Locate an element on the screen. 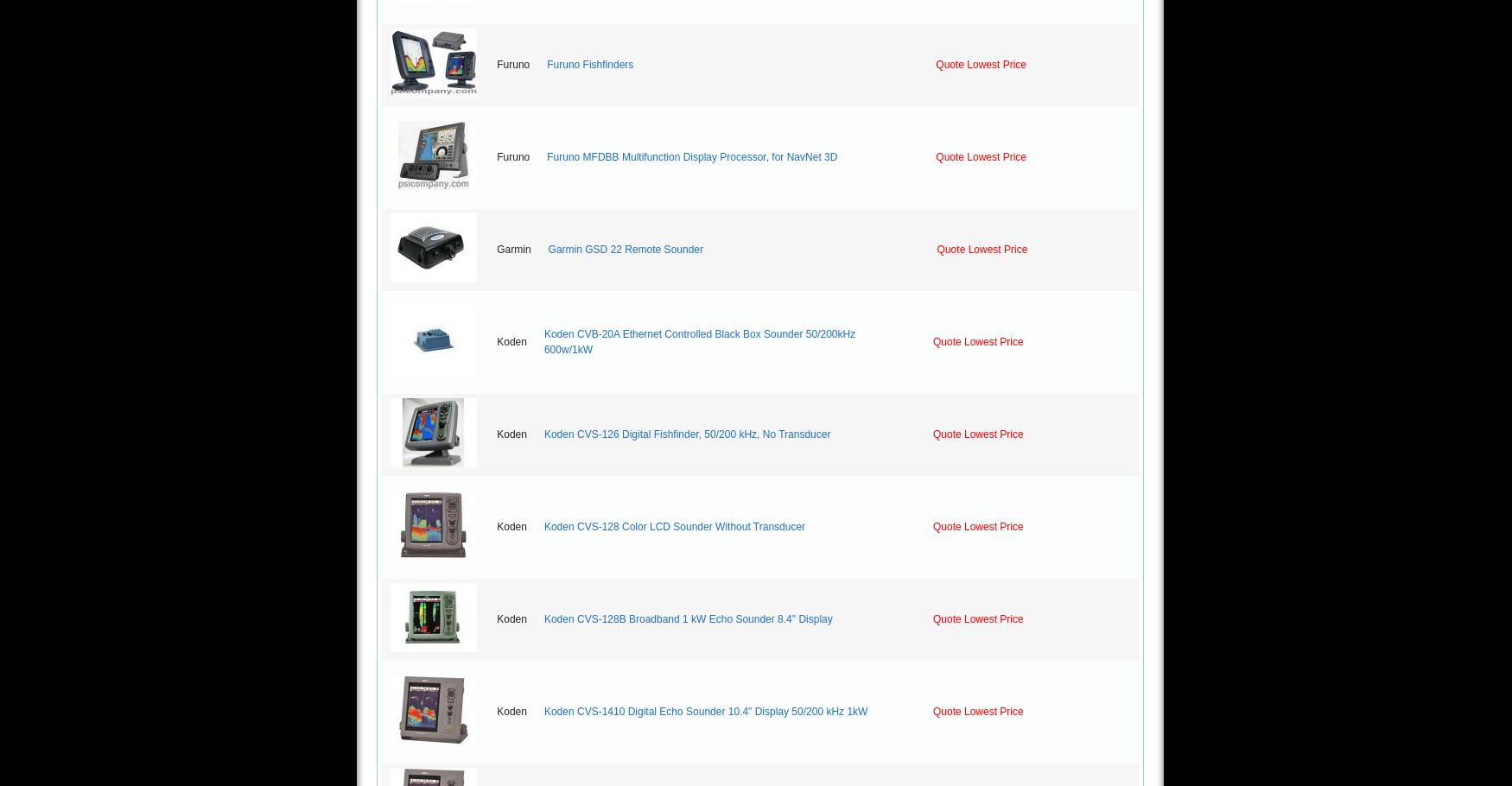  'Koden CVB-20A Ethernet Controlled Black Box Sounder 50/200kHz 600w/1kW' is located at coordinates (698, 341).